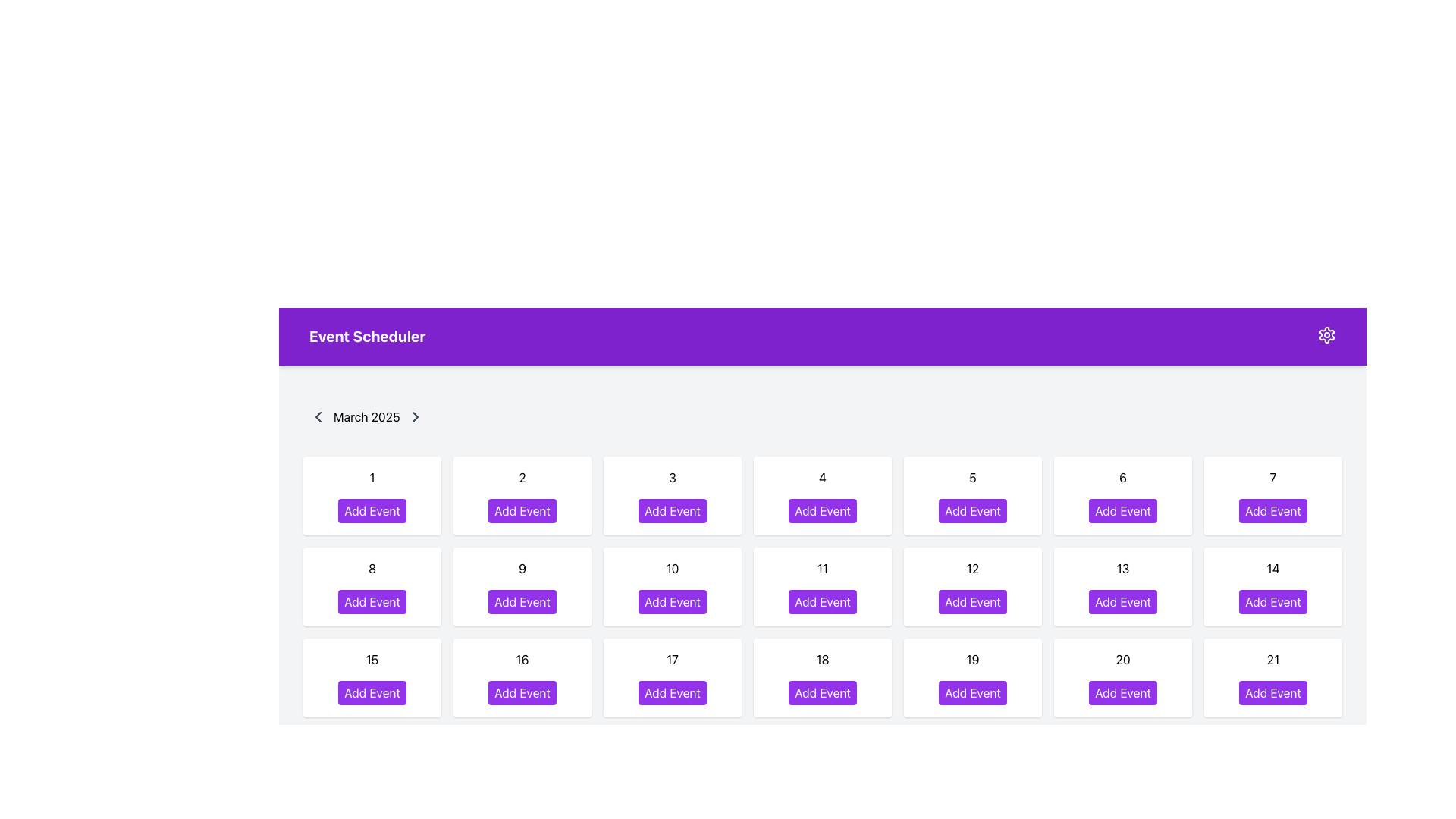  Describe the element at coordinates (972, 601) in the screenshot. I see `the 'Add Event' button located in the calendar grid for March 2025, positioned on the 12th day` at that location.